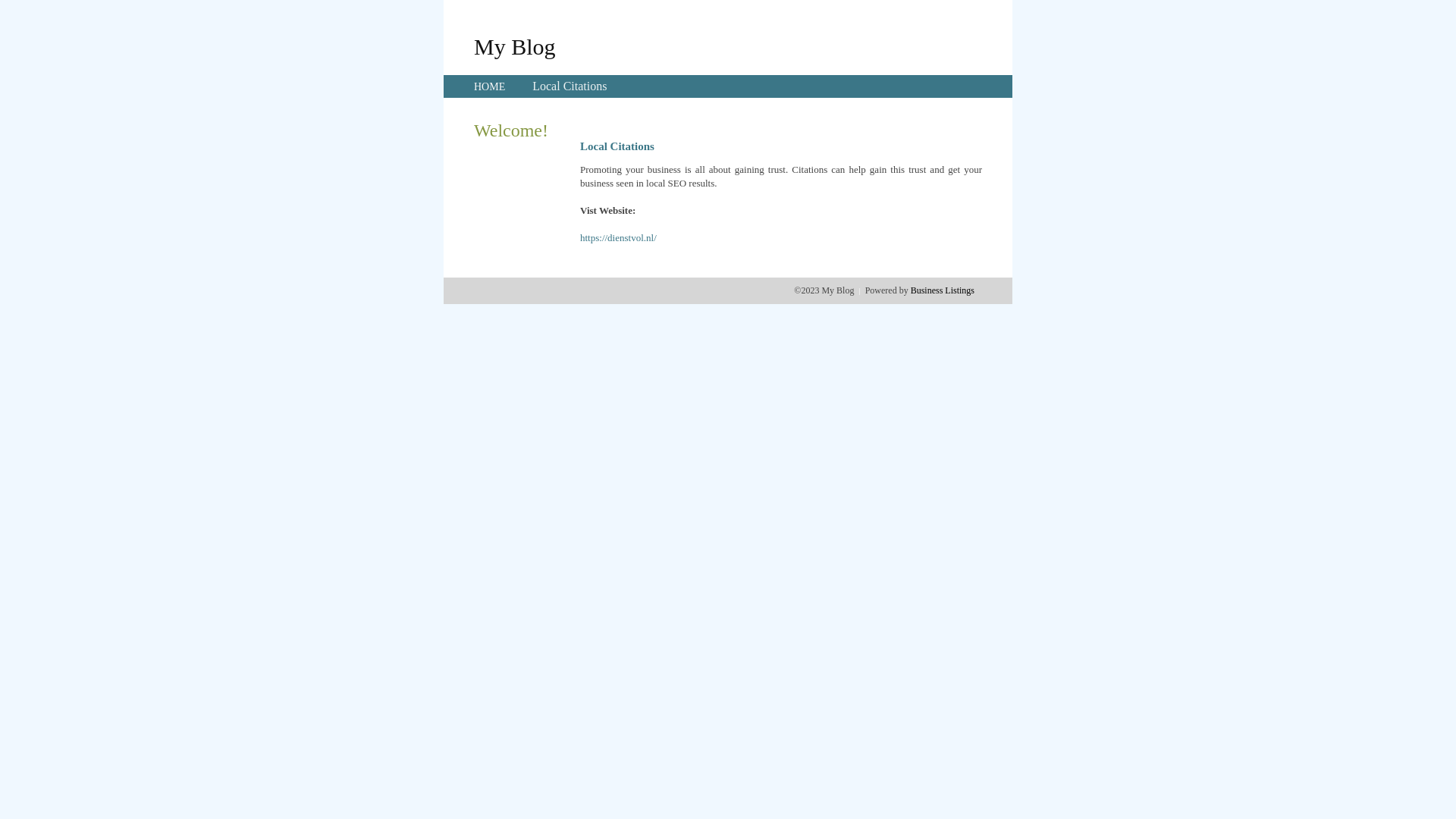 The height and width of the screenshot is (819, 1456). Describe the element at coordinates (514, 45) in the screenshot. I see `'My Blog'` at that location.